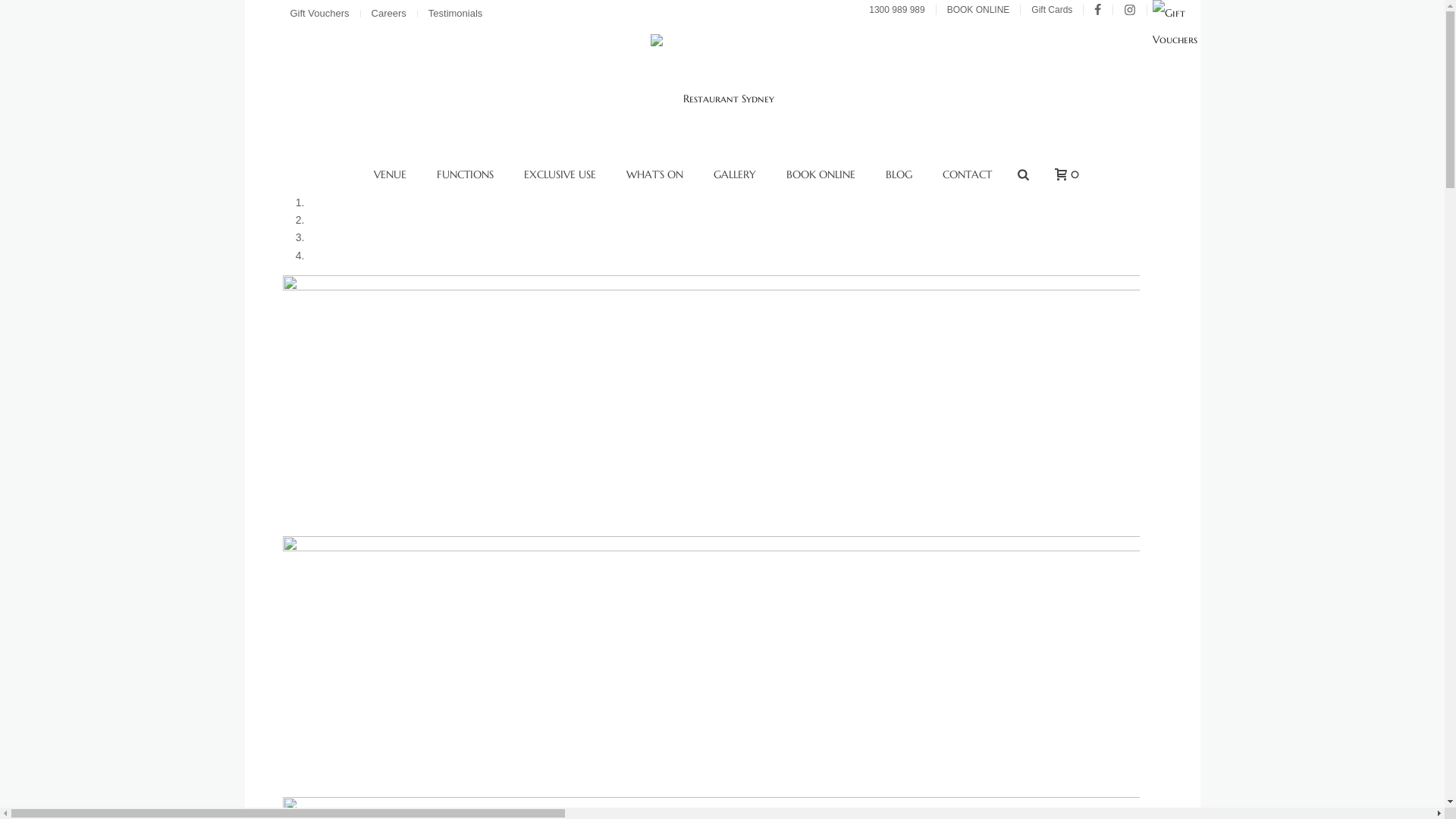 This screenshot has width=1456, height=819. Describe the element at coordinates (390, 174) in the screenshot. I see `'VENUE'` at that location.